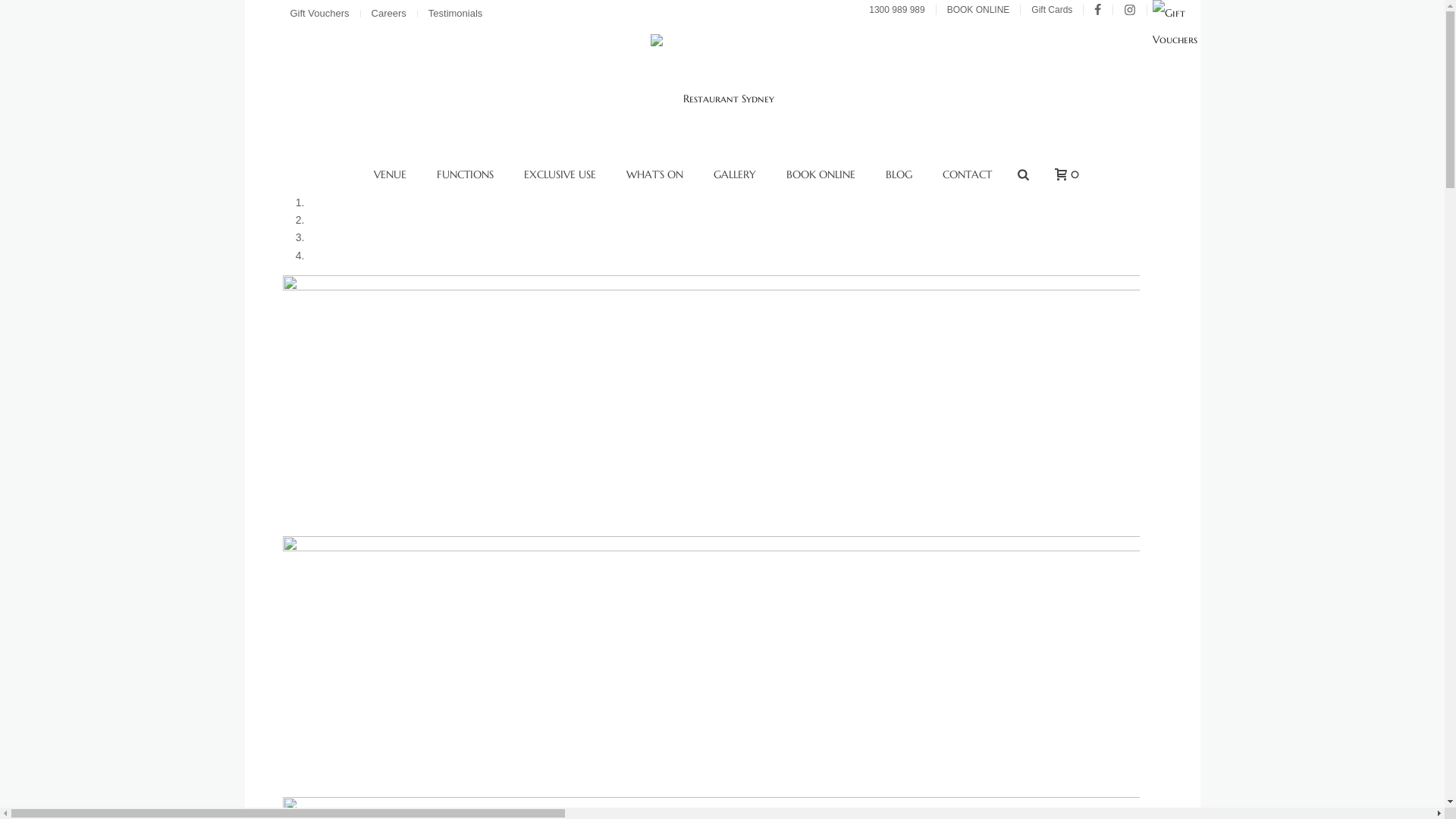 This screenshot has width=1456, height=819. Describe the element at coordinates (390, 174) in the screenshot. I see `'VENUE'` at that location.